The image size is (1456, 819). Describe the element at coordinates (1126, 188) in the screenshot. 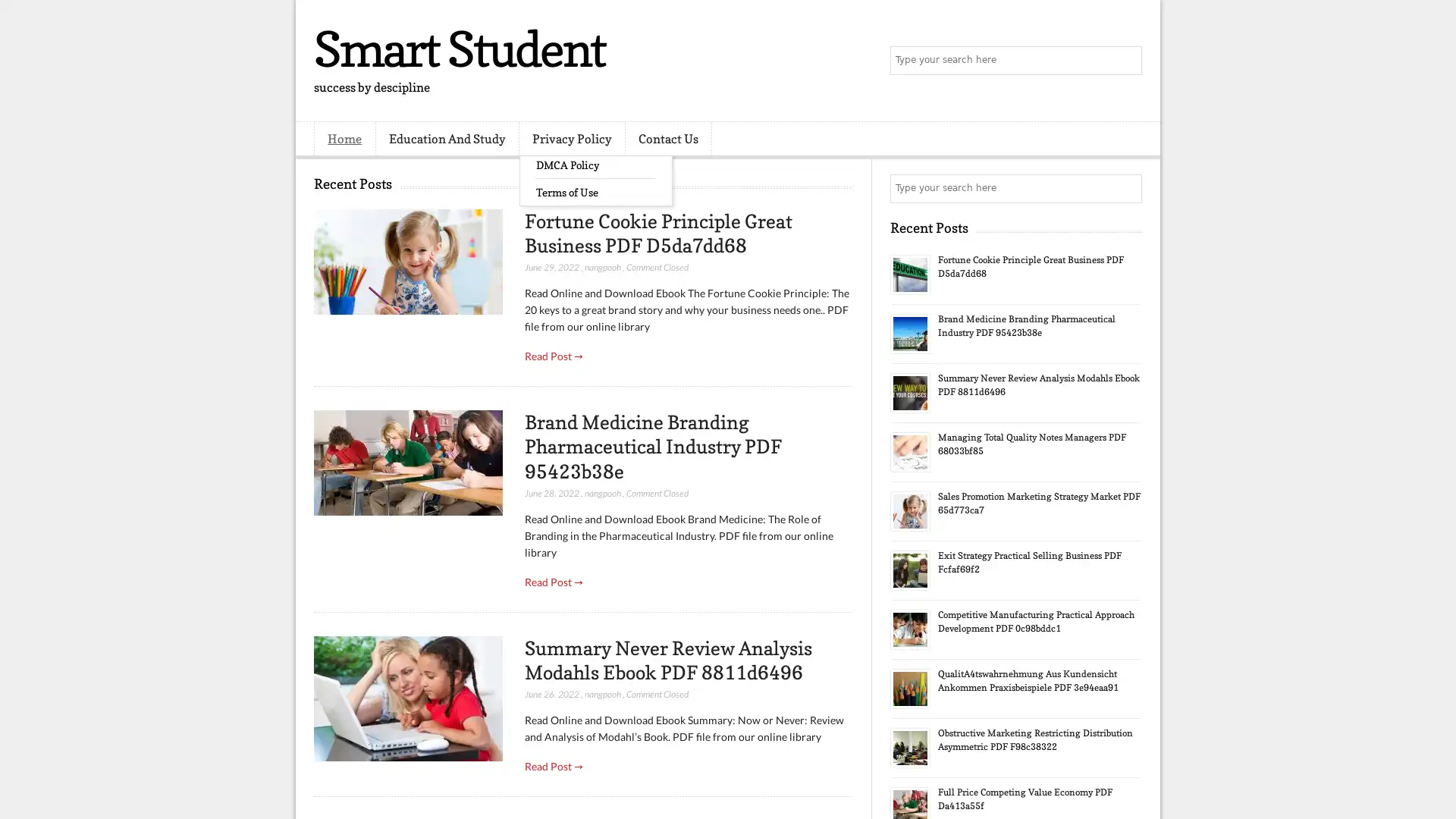

I see `Search` at that location.